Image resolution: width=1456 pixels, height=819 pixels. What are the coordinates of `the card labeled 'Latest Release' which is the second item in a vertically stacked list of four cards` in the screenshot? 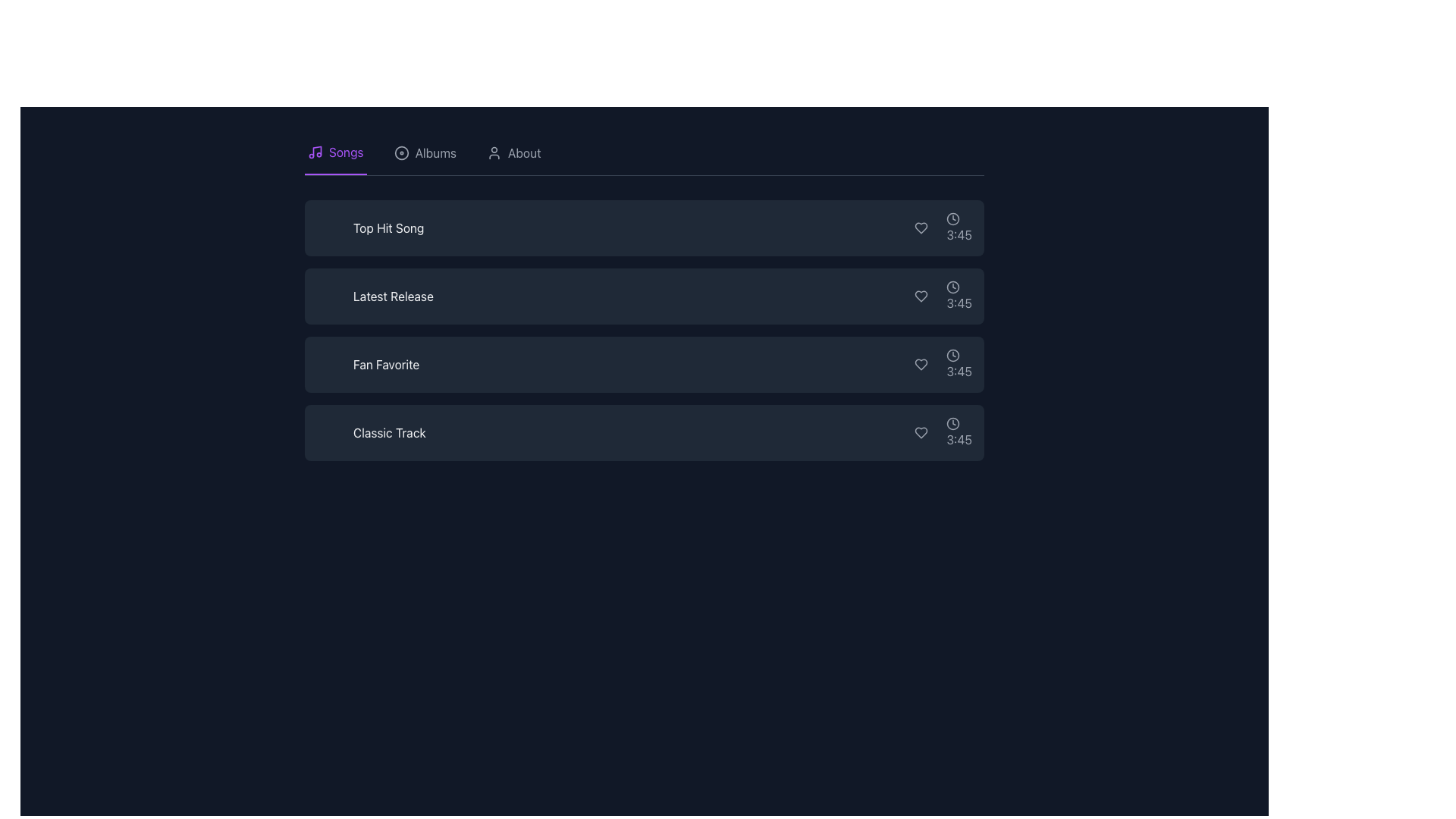 It's located at (644, 296).